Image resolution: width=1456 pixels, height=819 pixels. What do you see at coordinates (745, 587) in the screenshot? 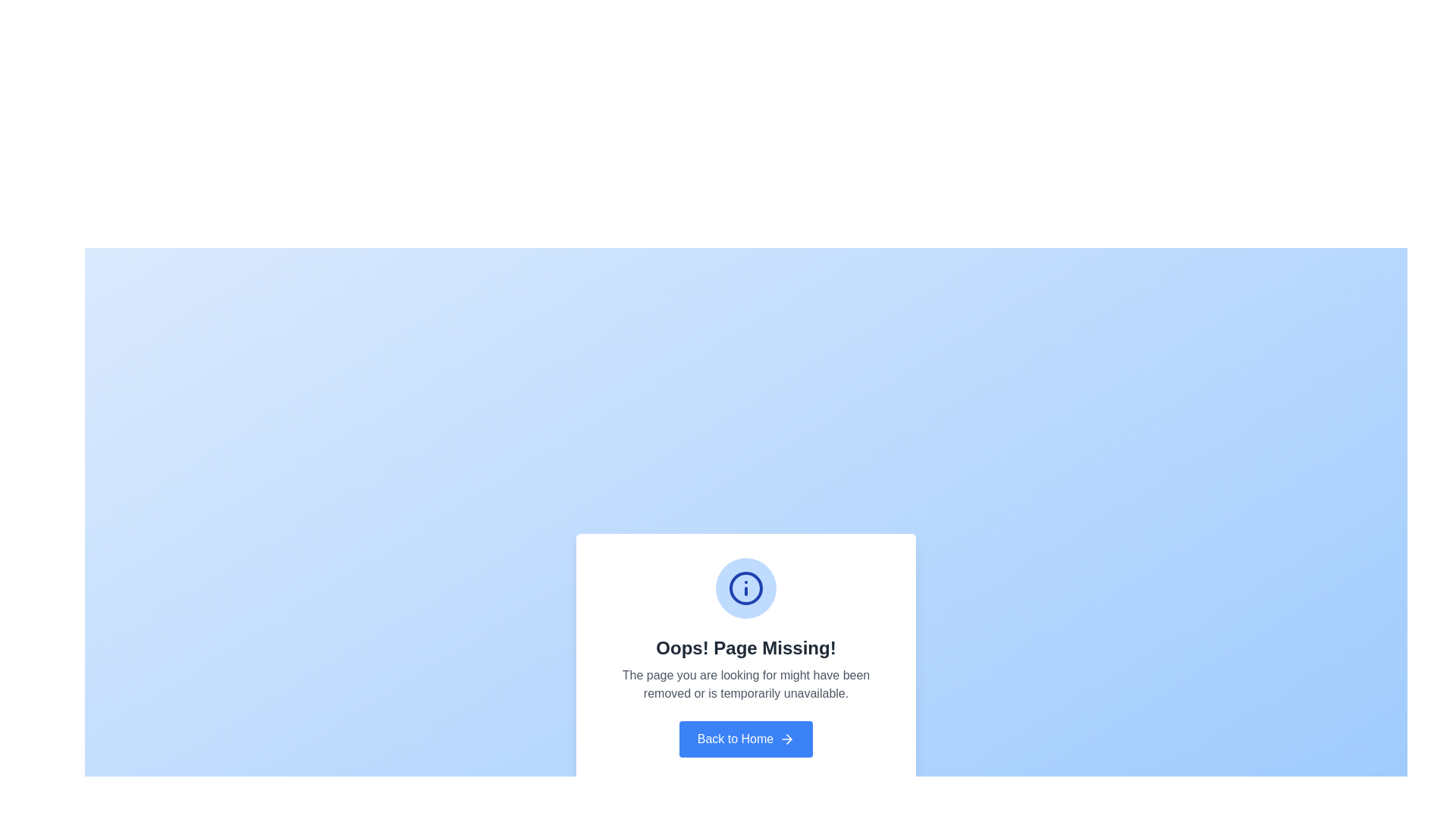
I see `the decorative icon that symbolizes information or an alert, located above the text 'Oops! Page Missing!' in the dialog box` at bounding box center [745, 587].